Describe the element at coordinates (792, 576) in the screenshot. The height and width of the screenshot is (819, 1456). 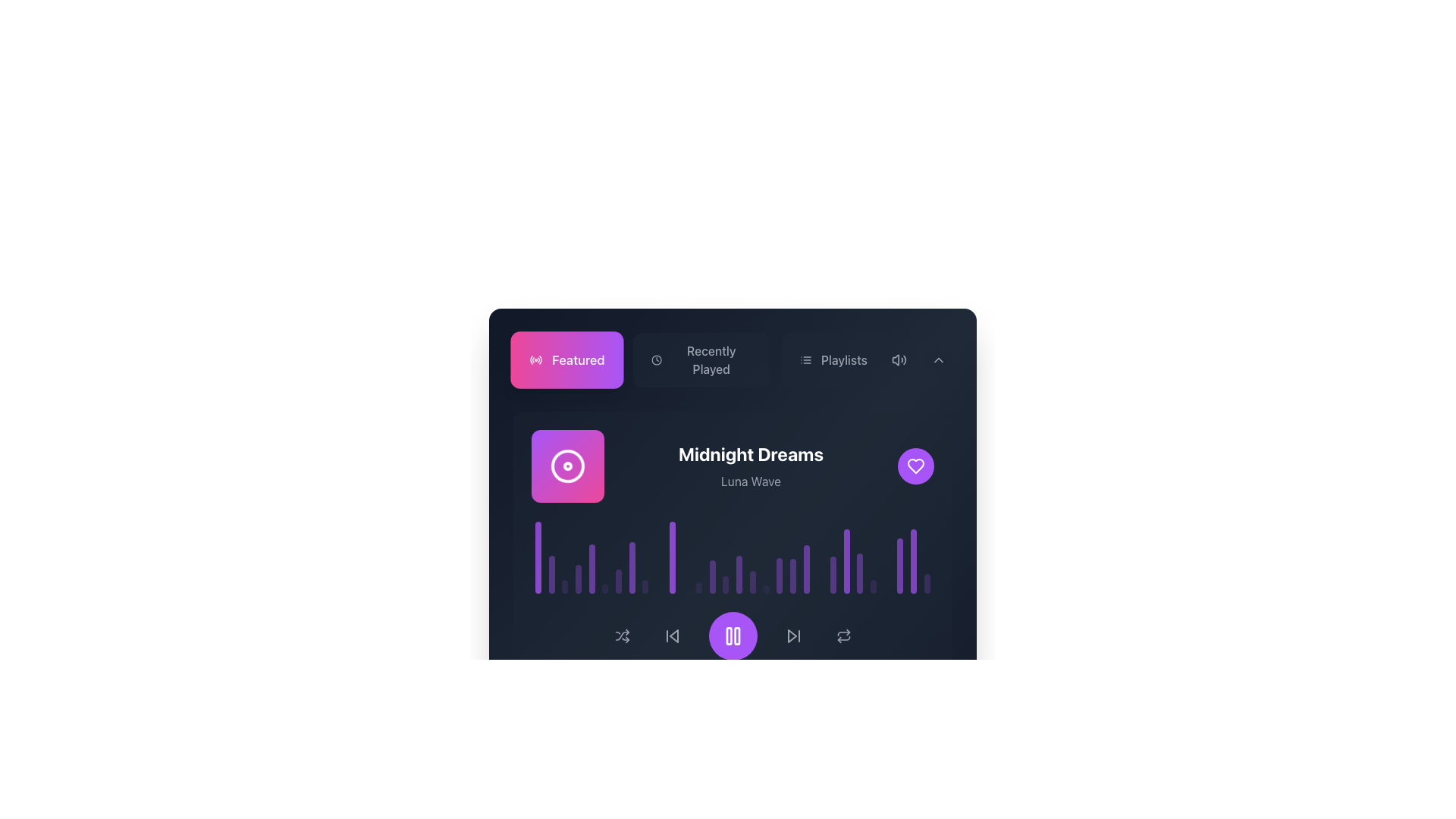
I see `the 19th vertical purple bar` at that location.